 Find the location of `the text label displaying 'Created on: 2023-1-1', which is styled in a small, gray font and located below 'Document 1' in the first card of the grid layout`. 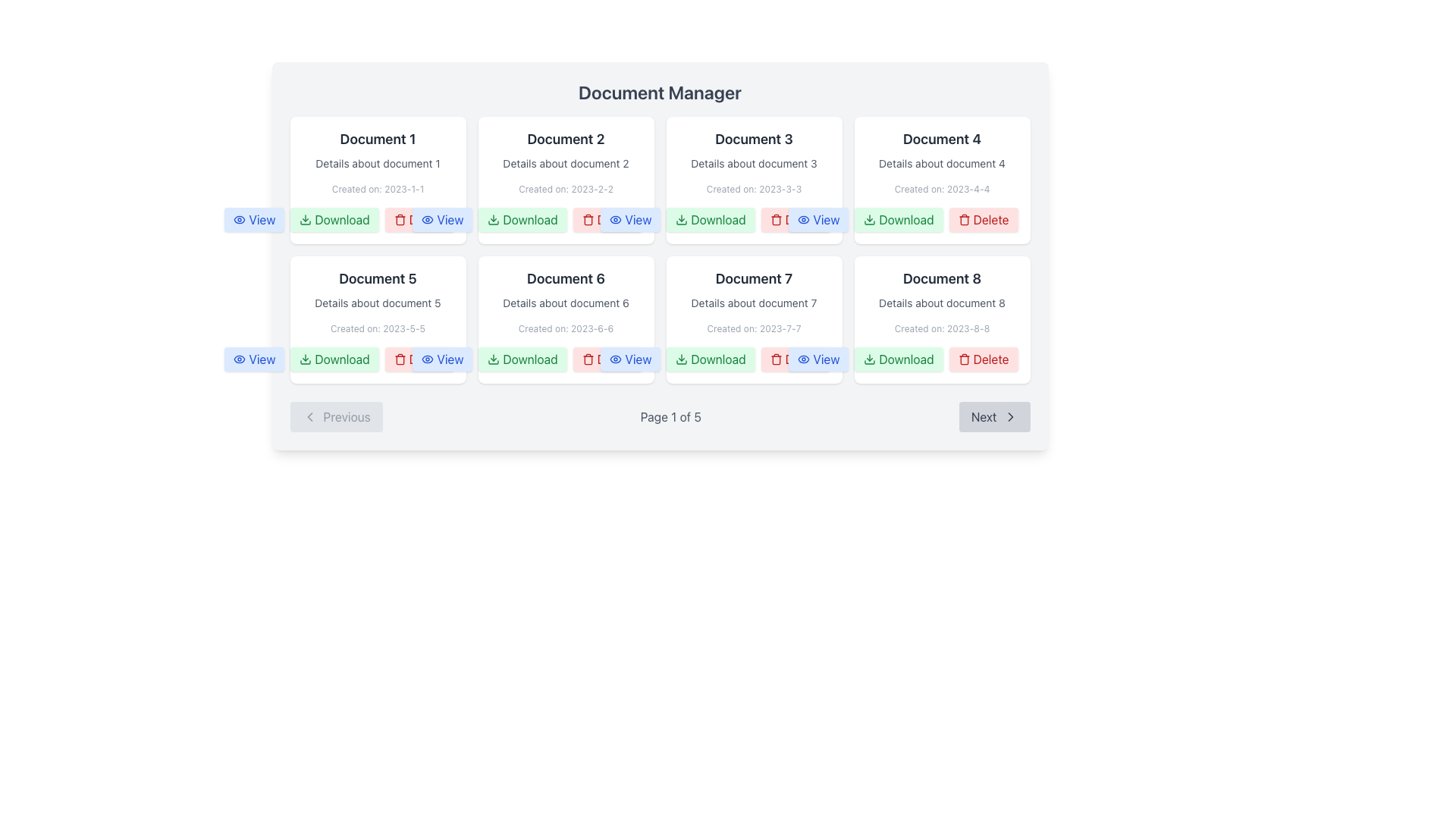

the text label displaying 'Created on: 2023-1-1', which is styled in a small, gray font and located below 'Document 1' in the first card of the grid layout is located at coordinates (378, 189).